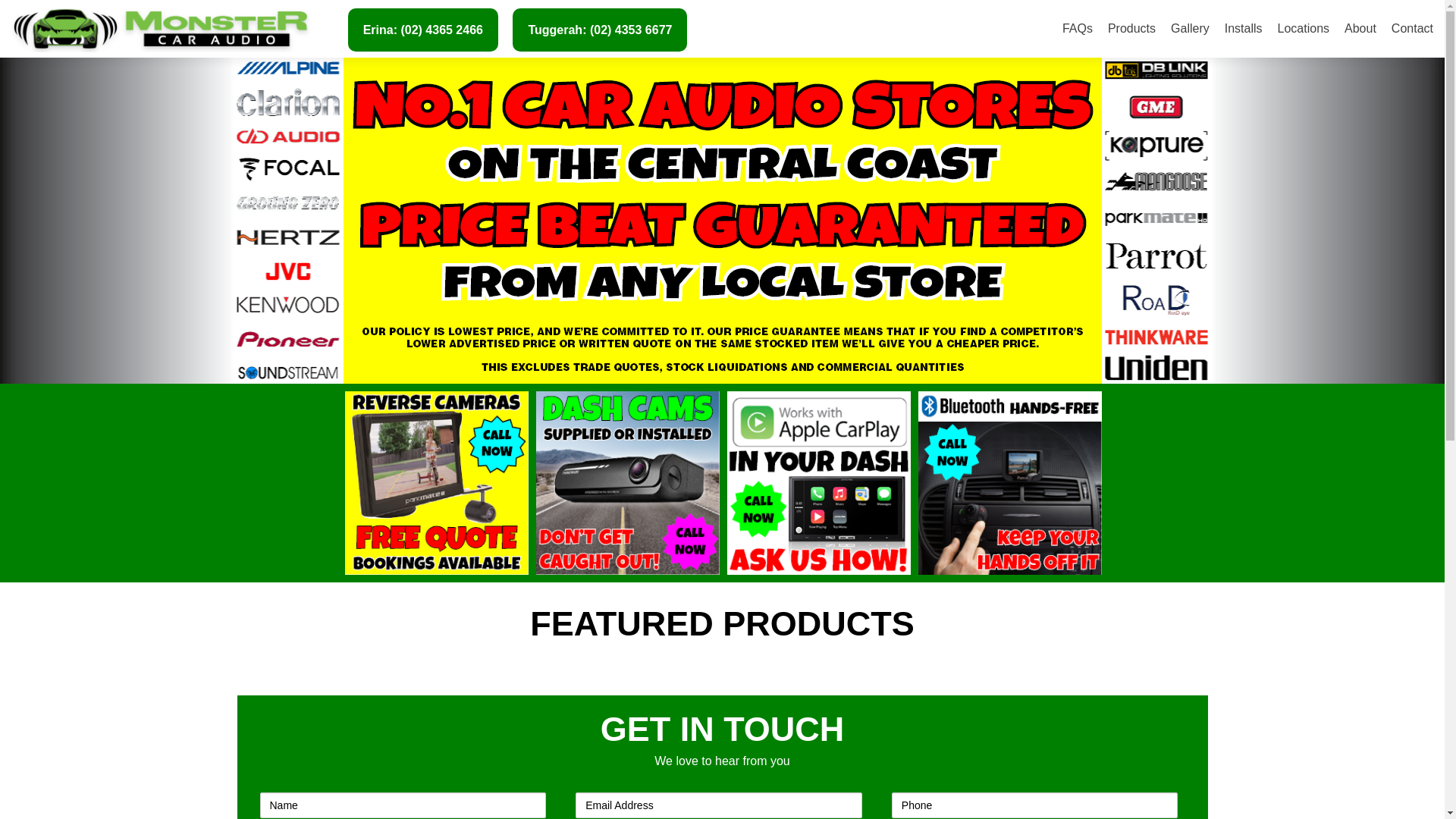  I want to click on 'FAQs', so click(1076, 28).